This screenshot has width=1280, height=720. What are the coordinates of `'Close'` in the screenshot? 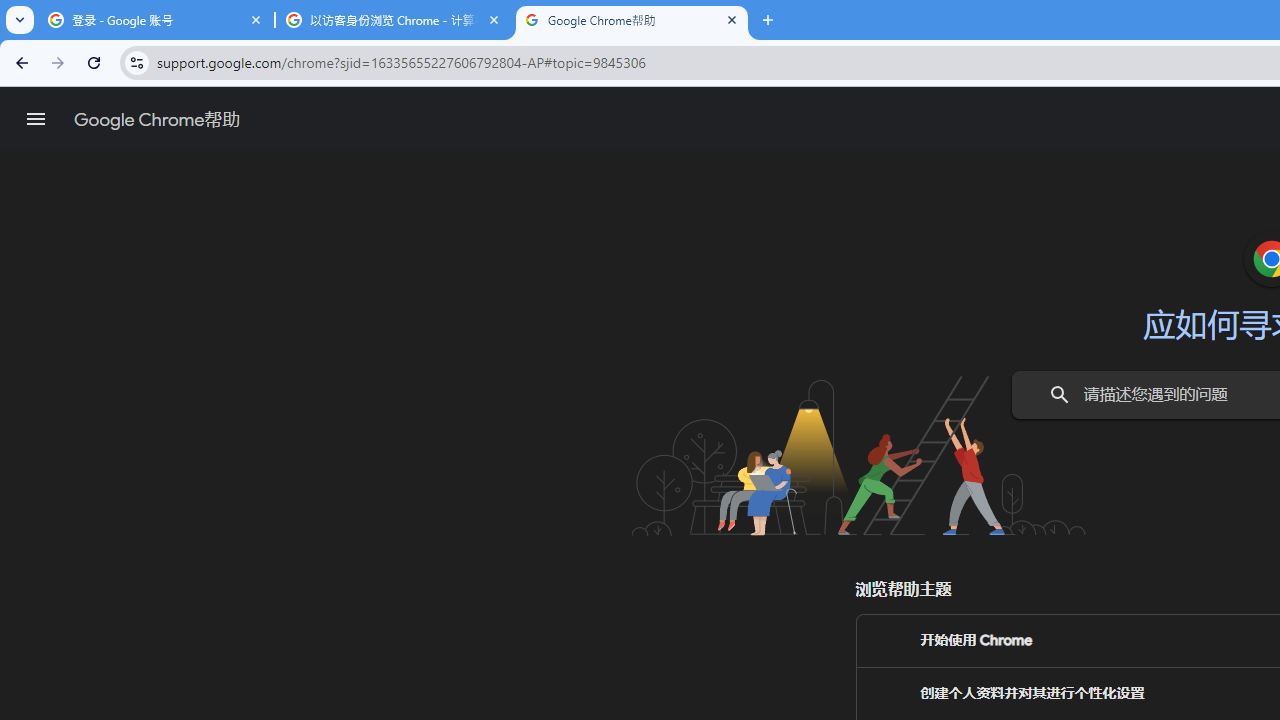 It's located at (731, 19).